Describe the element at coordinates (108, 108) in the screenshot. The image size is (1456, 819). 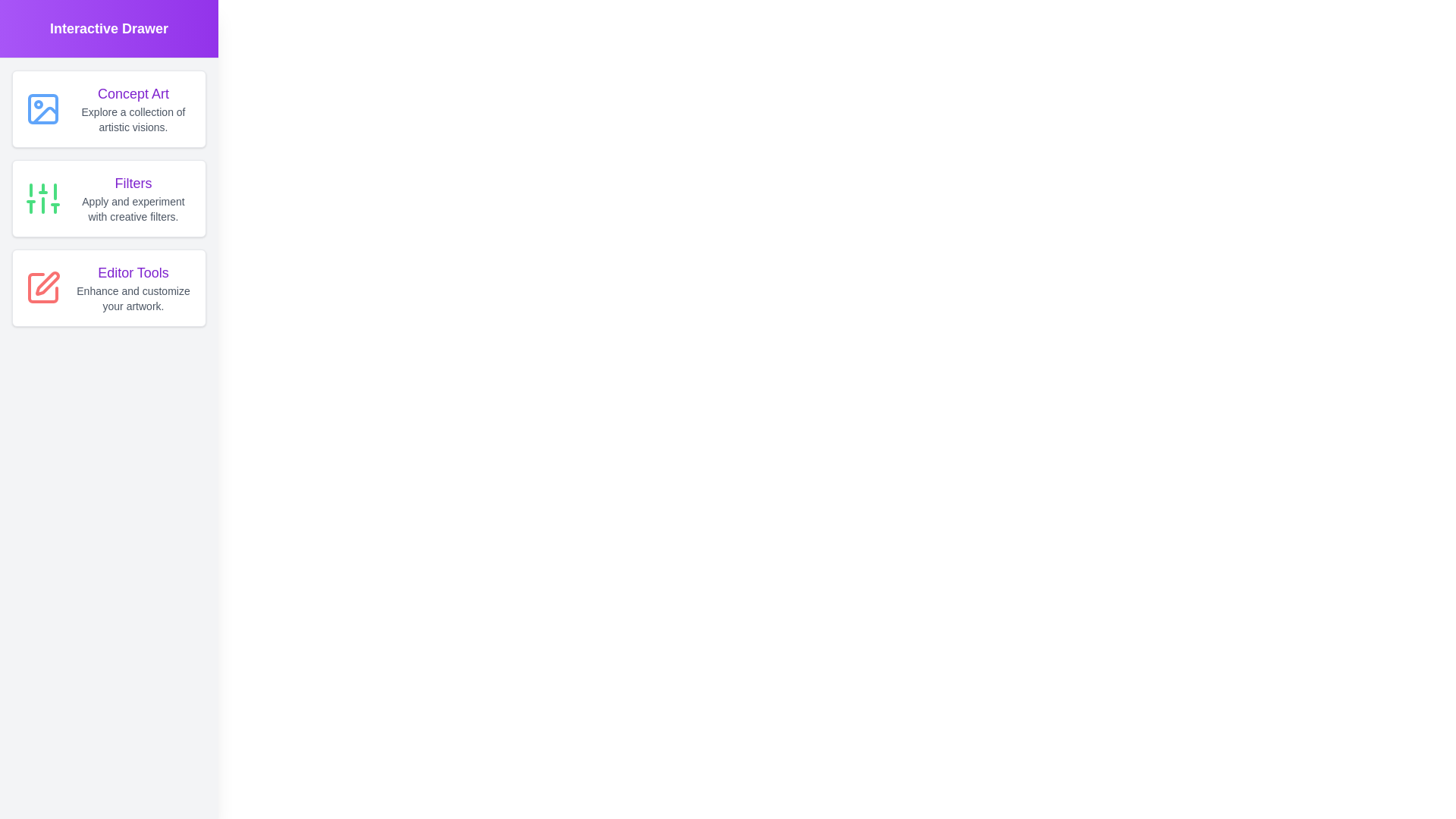
I see `the item Concept Art from the drawer list` at that location.